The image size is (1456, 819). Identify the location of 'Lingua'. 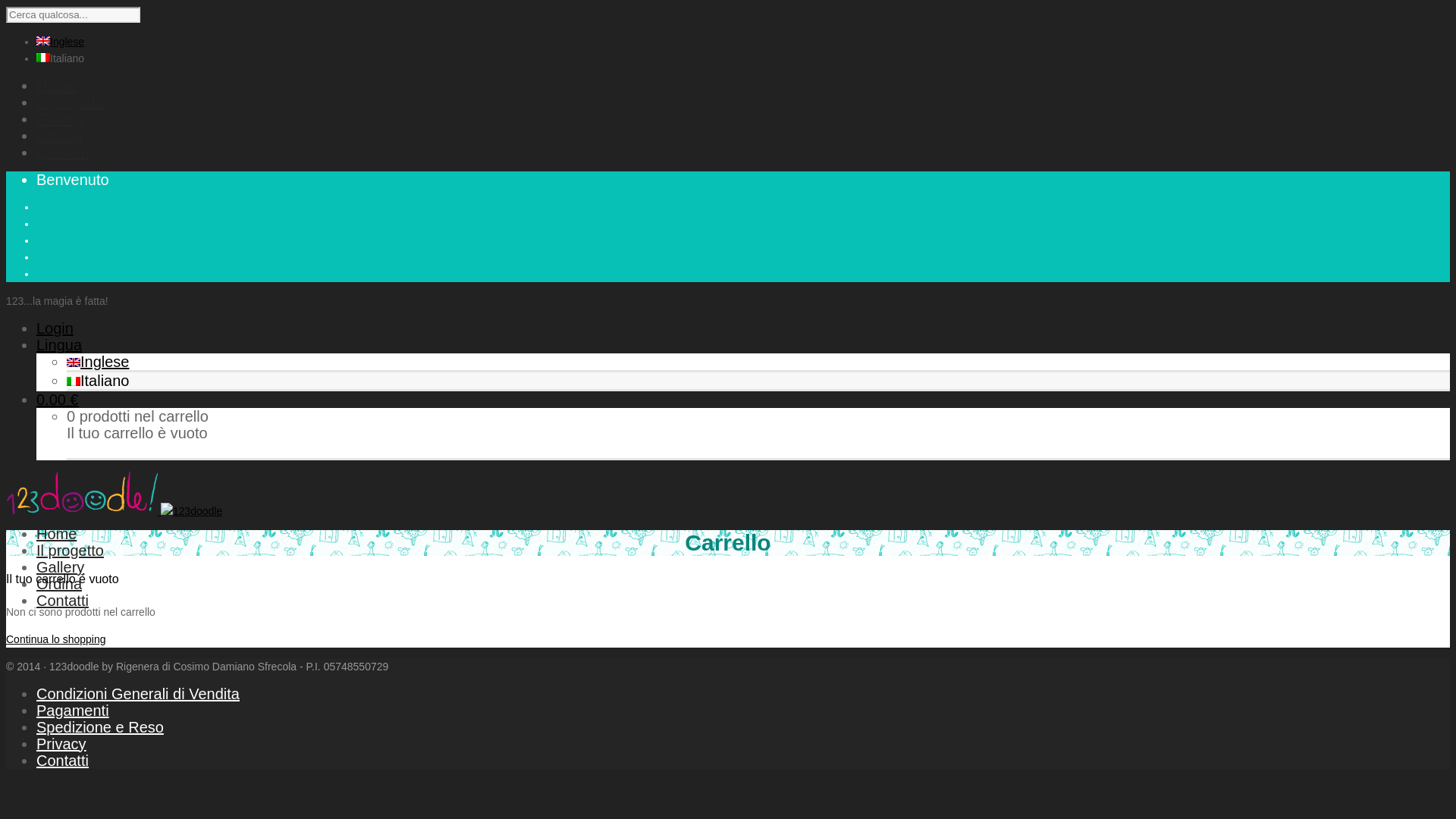
(36, 345).